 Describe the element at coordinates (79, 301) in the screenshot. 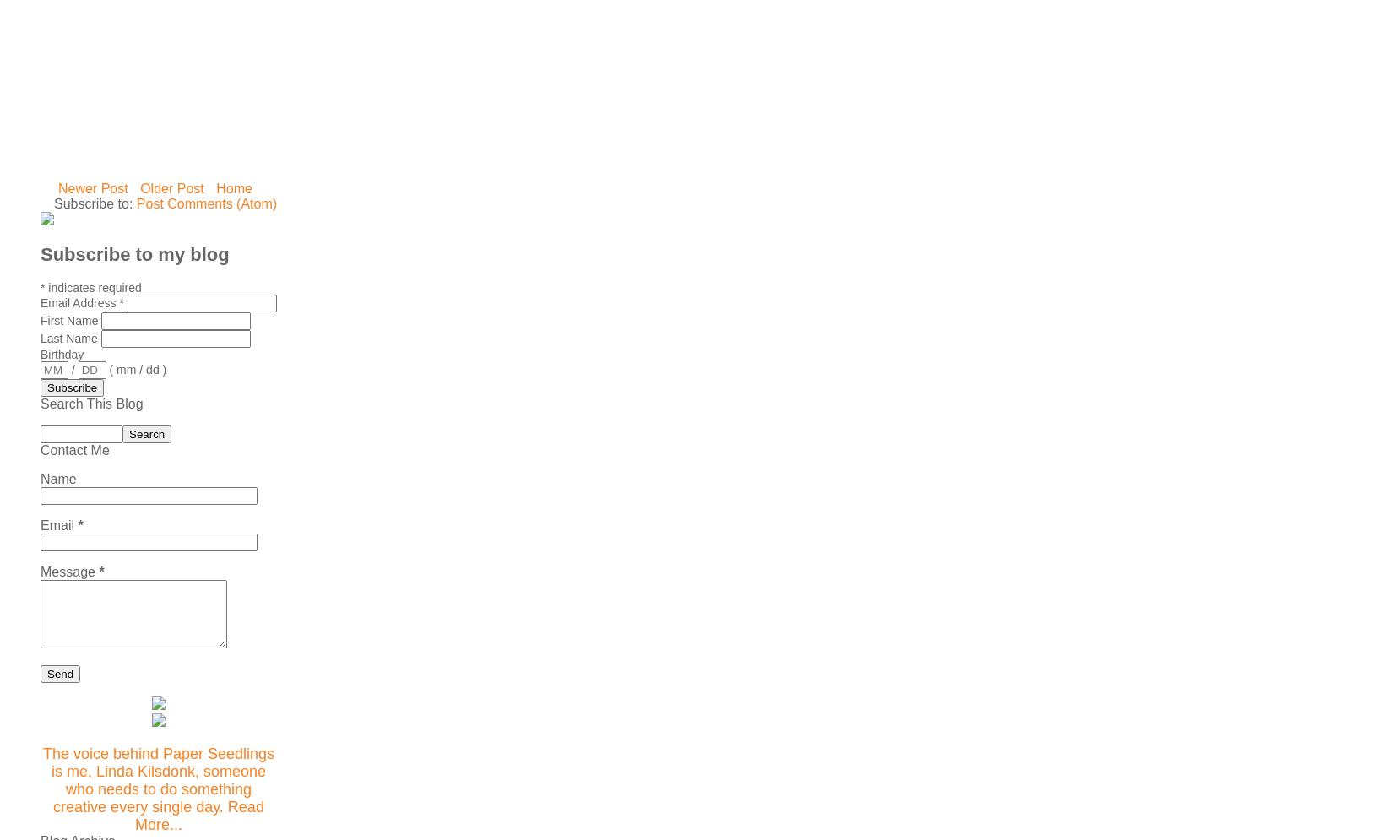

I see `'Email Address'` at that location.